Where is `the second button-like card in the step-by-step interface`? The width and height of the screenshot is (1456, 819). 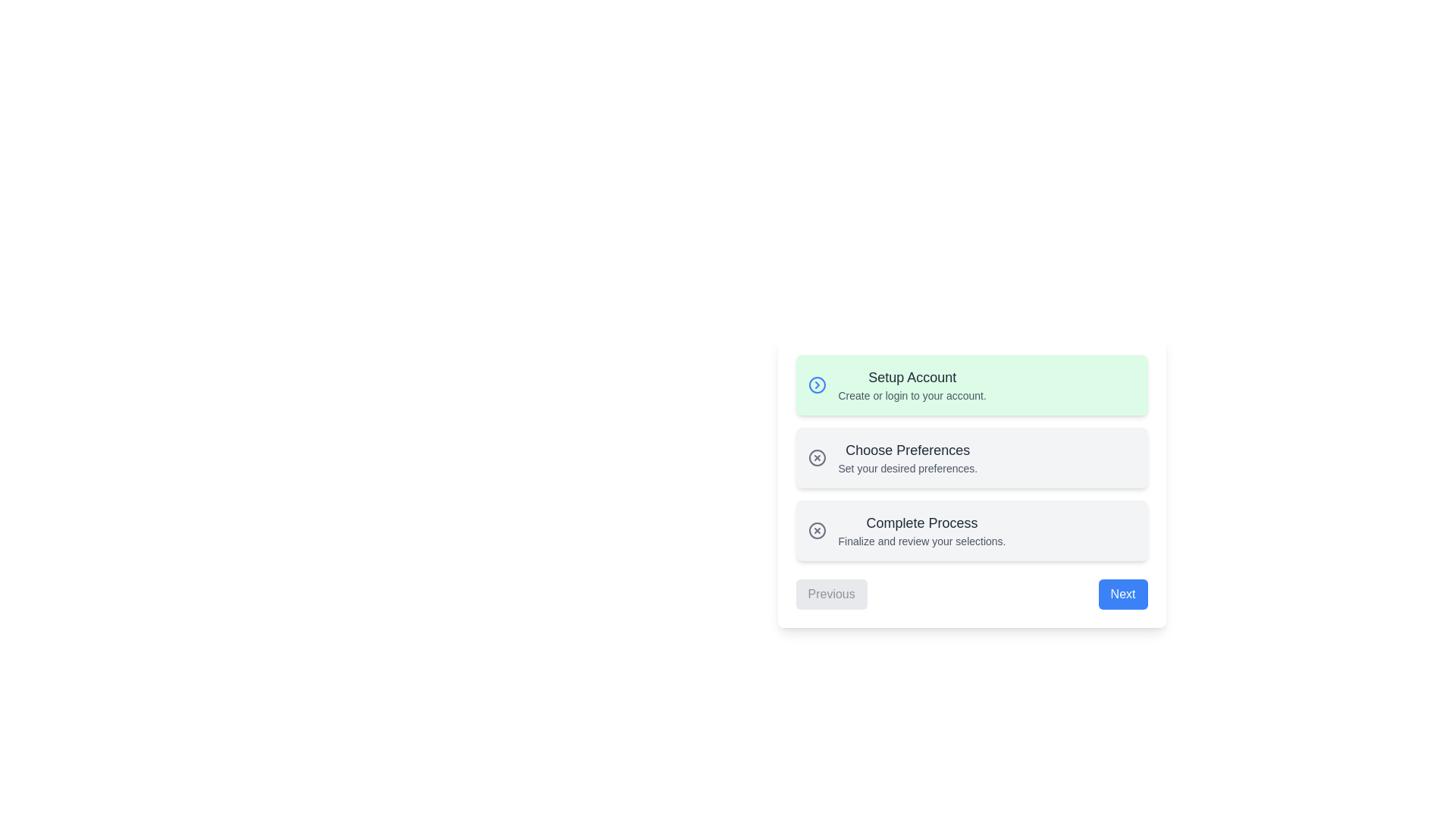 the second button-like card in the step-by-step interface is located at coordinates (971, 457).